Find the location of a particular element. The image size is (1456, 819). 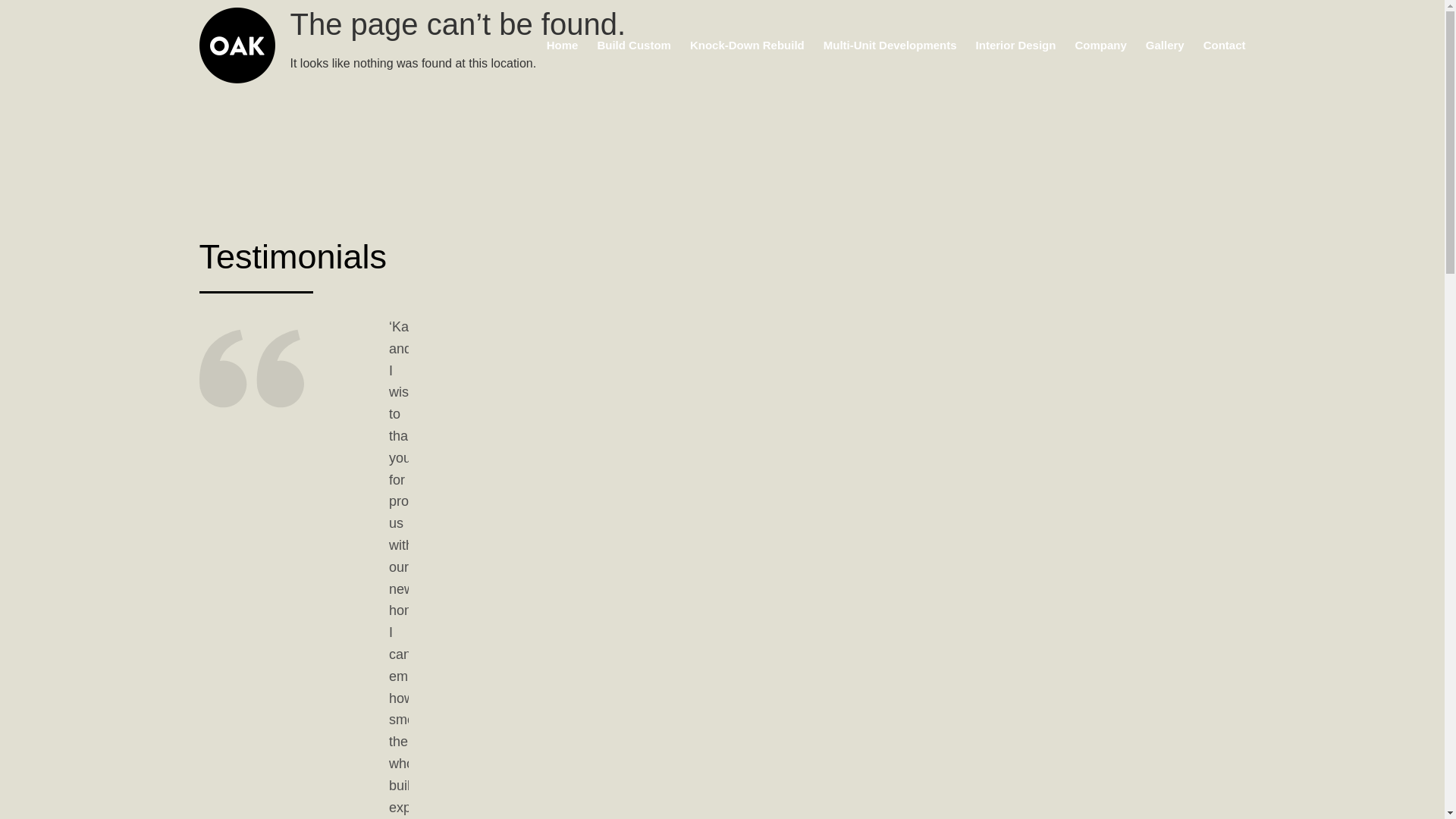

'Multi-Unit Developments' is located at coordinates (890, 45).